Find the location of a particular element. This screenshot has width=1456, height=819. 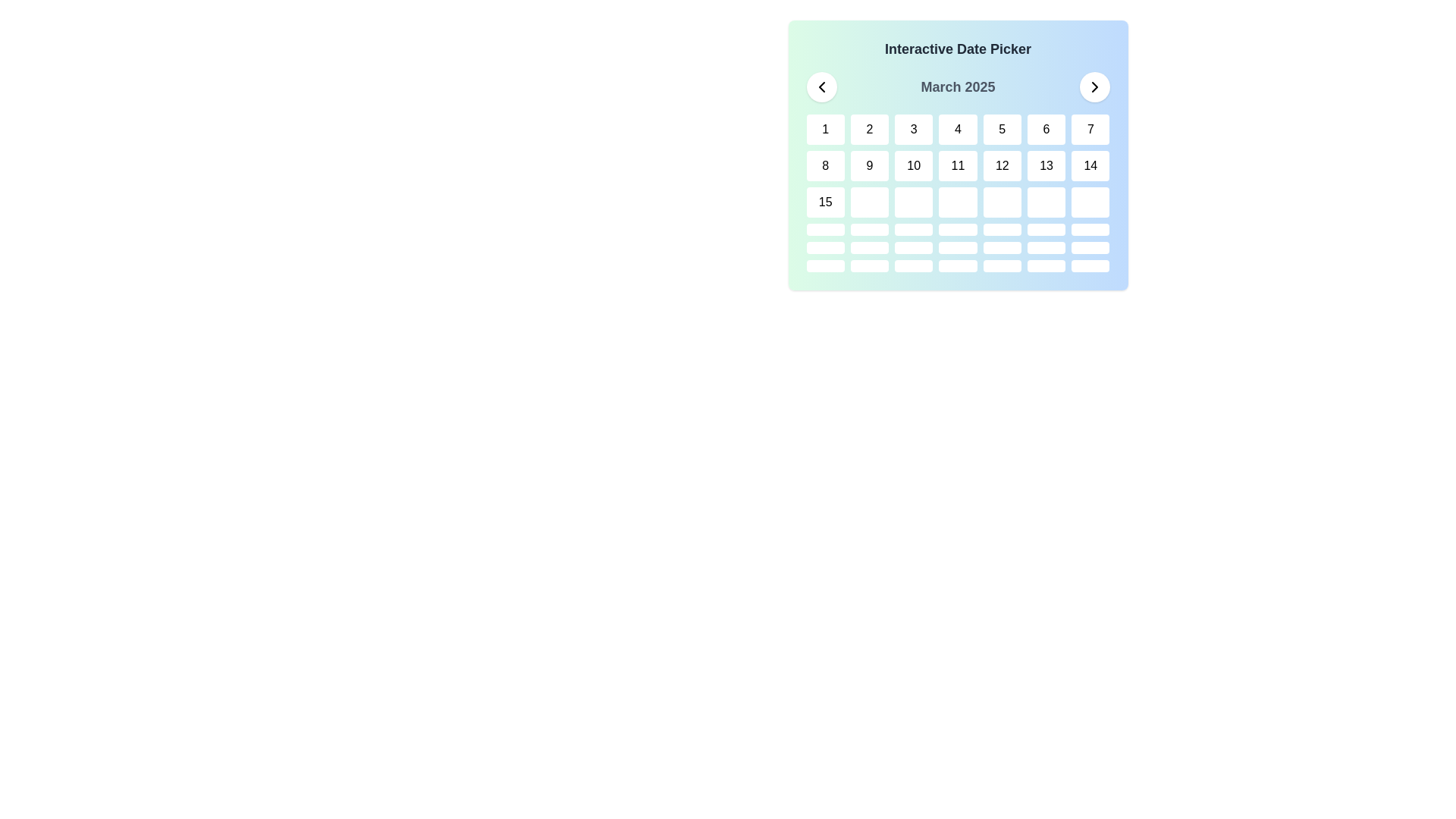

the Chevron Right icon within the circular button located in the top-right corner of the date picker interface is located at coordinates (1094, 87).